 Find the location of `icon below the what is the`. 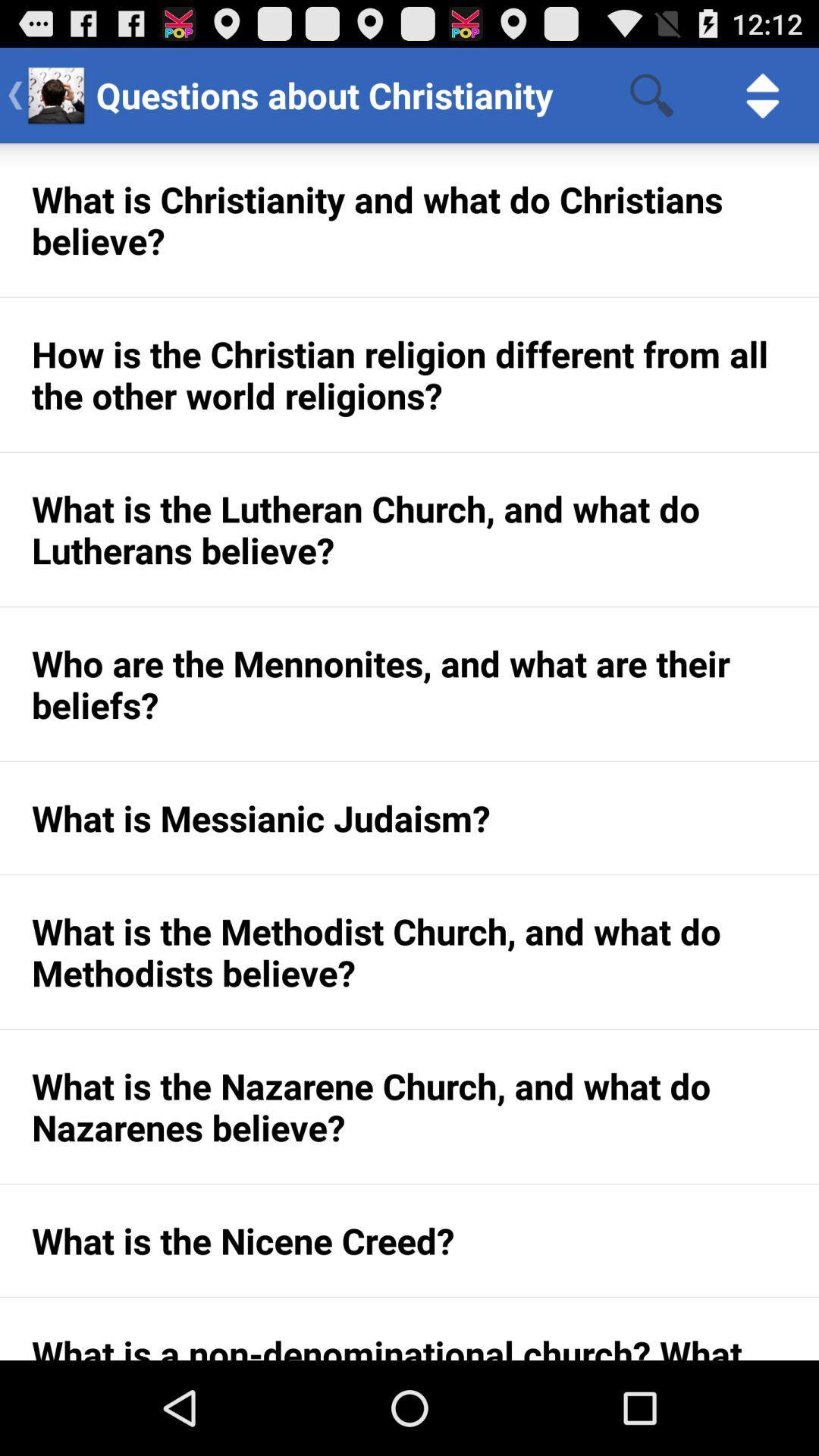

icon below the what is the is located at coordinates (409, 683).